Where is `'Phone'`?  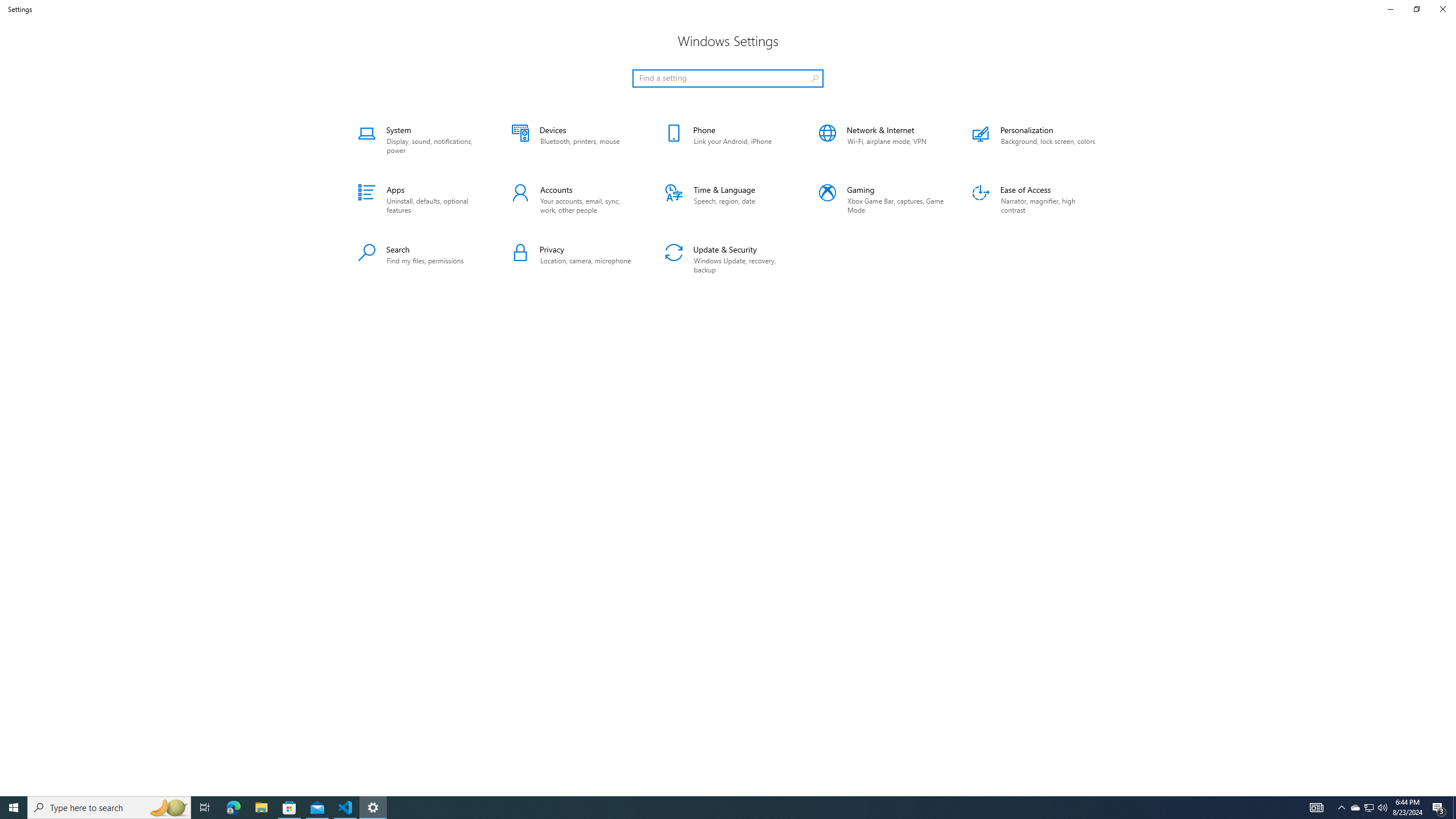 'Phone' is located at coordinates (728, 139).